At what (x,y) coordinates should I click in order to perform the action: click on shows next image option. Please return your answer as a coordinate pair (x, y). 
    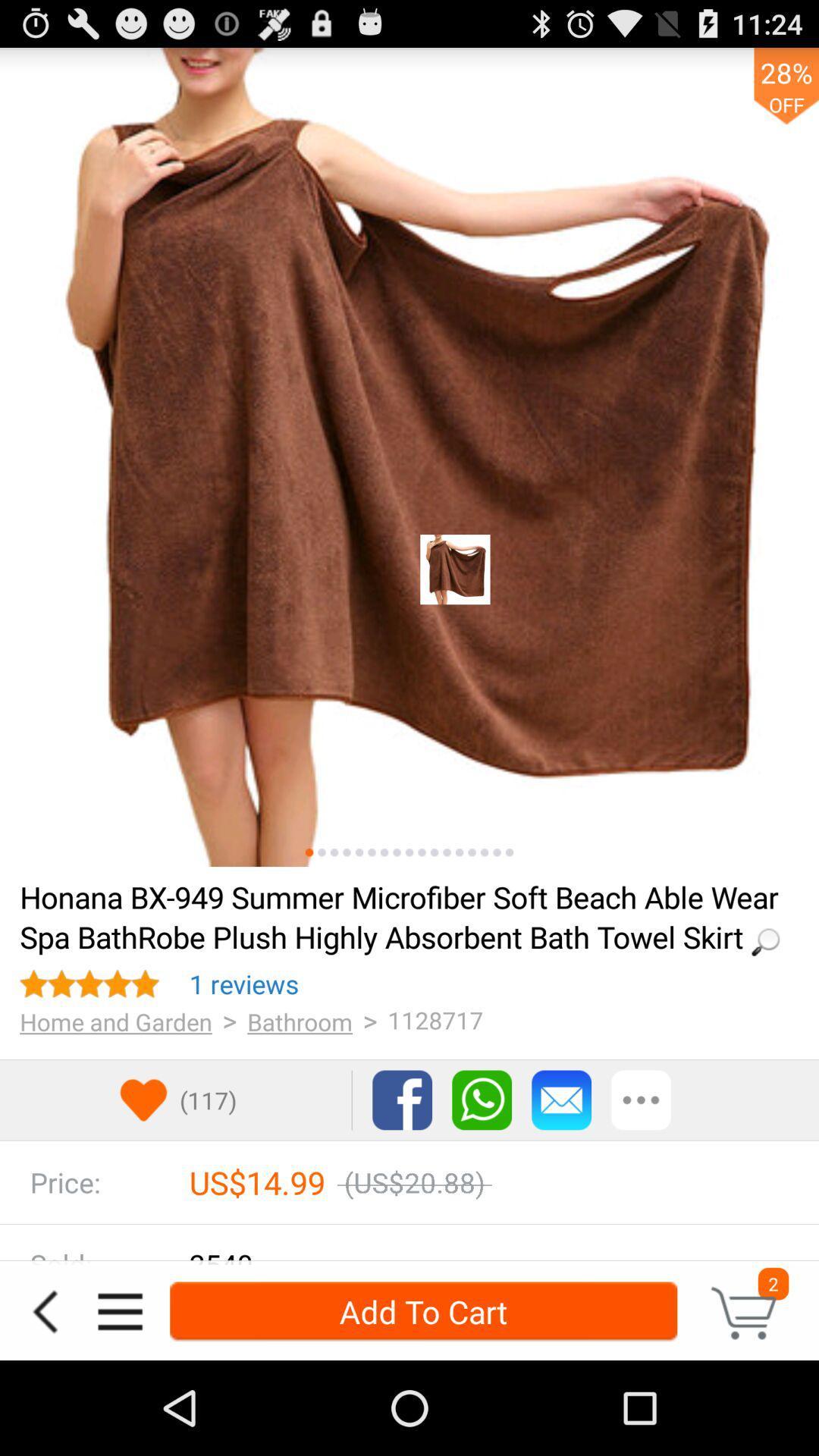
    Looking at the image, I should click on (372, 852).